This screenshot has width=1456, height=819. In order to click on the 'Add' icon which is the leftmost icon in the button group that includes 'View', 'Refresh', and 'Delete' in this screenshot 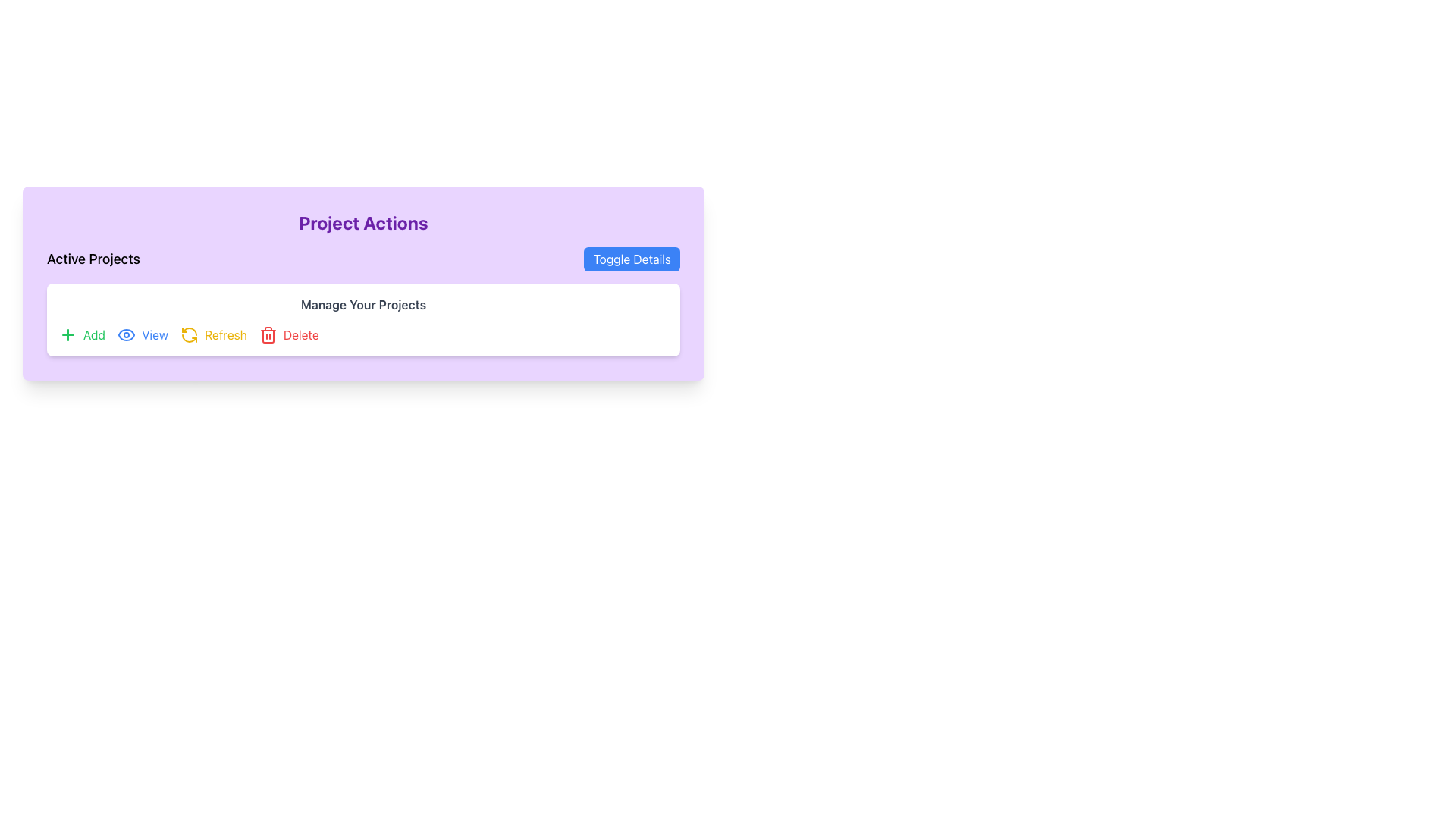, I will do `click(67, 334)`.